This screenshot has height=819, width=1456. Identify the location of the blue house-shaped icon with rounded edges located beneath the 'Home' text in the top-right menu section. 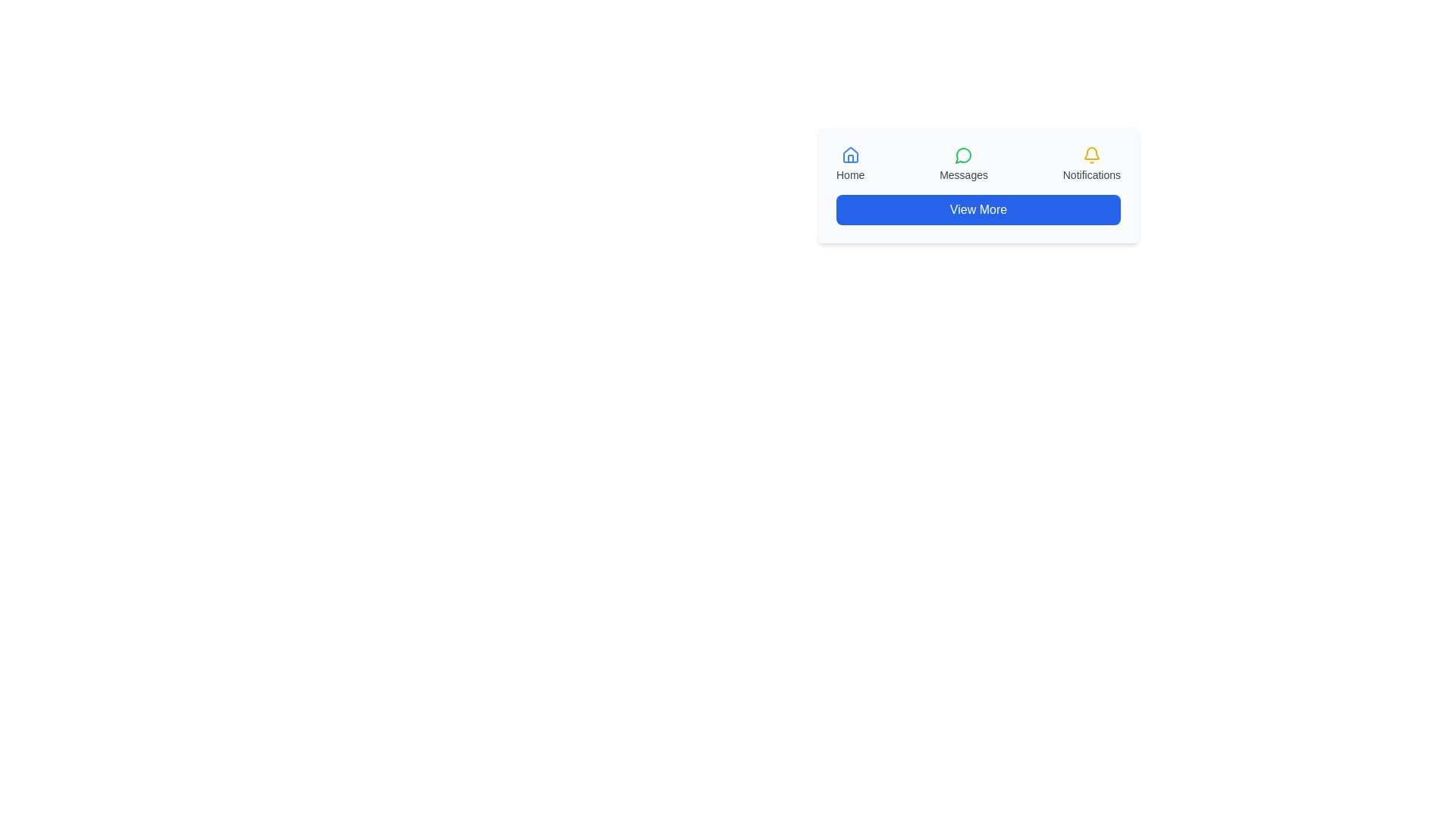
(850, 155).